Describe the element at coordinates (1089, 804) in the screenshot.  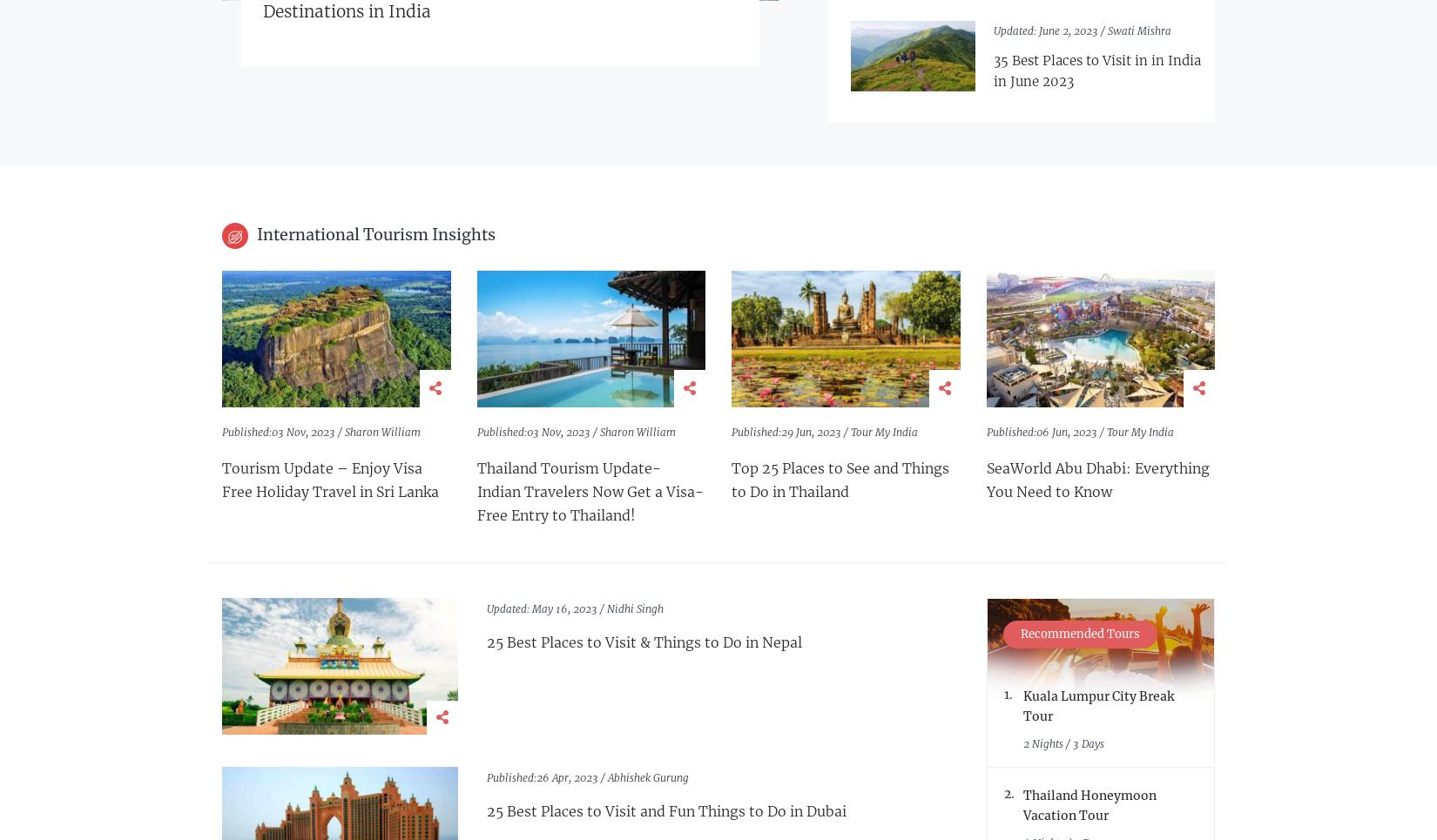
I see `'Thailand Honeymoon Vacation Tour'` at that location.